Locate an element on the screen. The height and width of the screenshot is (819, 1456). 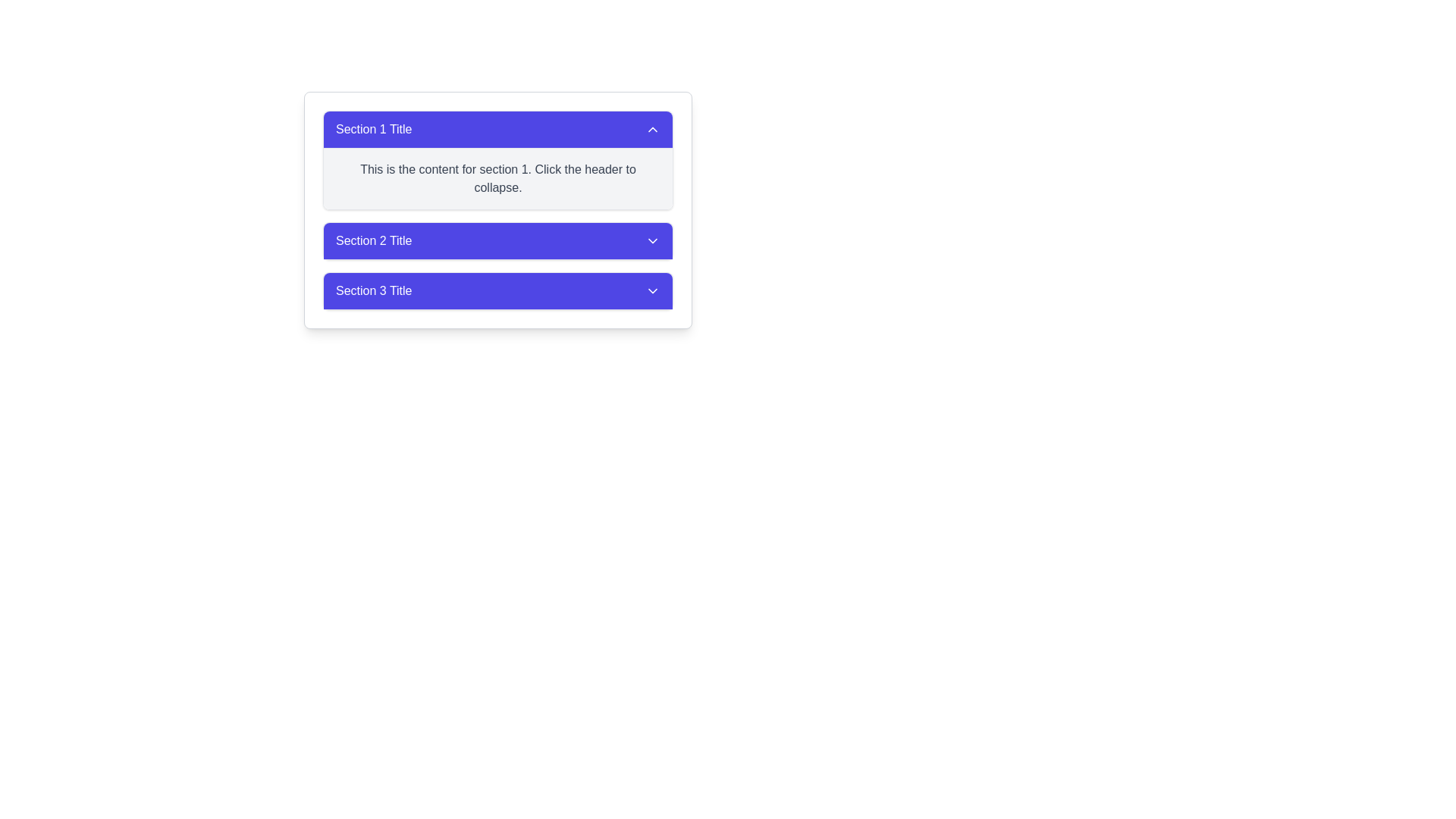
the downward-facing chevron icon located within the header labeled 'Section 2 Title' is located at coordinates (652, 240).